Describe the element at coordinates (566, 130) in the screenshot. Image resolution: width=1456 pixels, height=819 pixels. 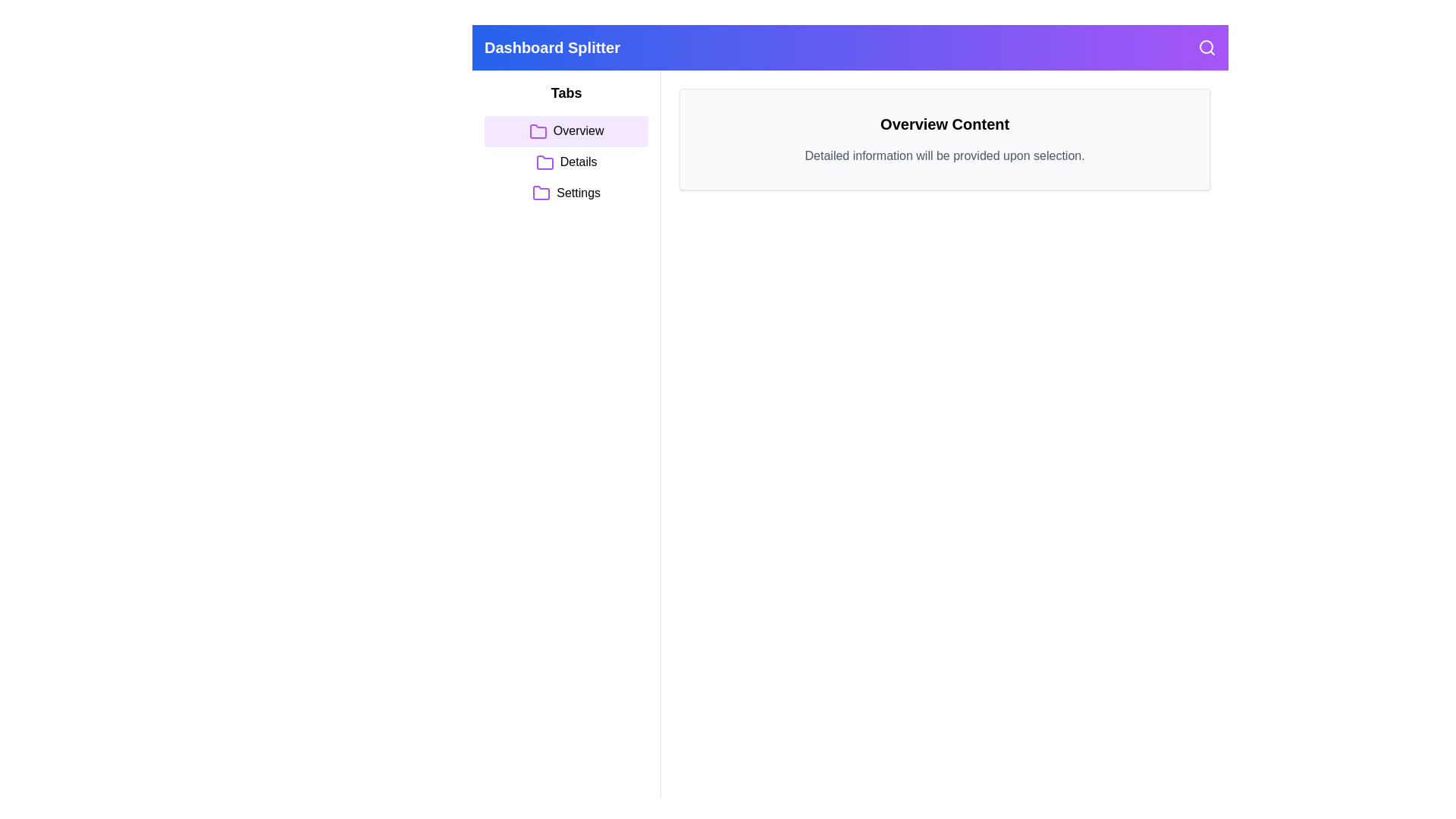
I see `the 'Overview' button in the sidebar, which is the first item in a vertical list of navigational buttons, highlighted in purple with a folder icon` at that location.